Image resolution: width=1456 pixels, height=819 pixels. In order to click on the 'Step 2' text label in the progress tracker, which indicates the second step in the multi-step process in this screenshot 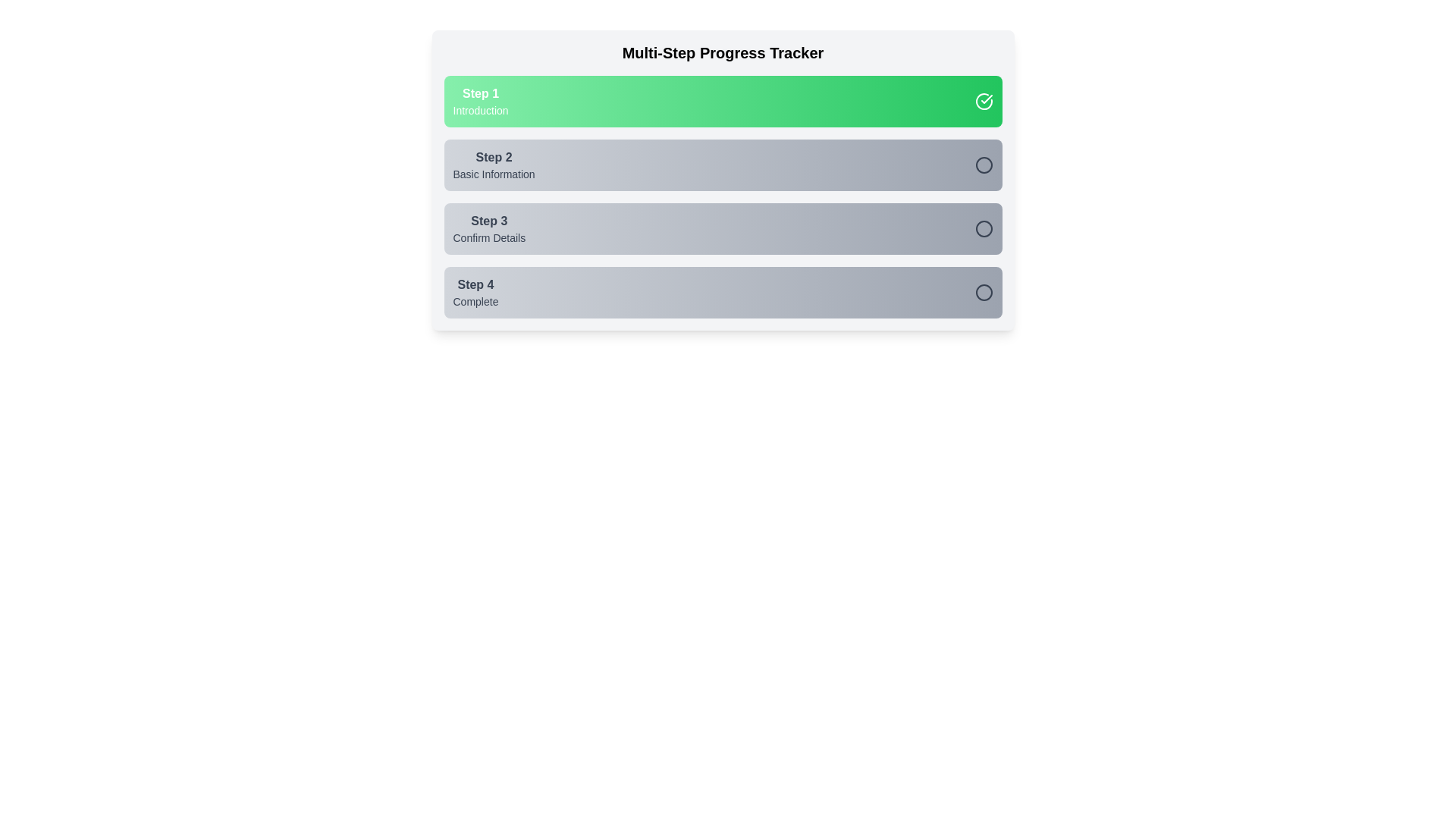, I will do `click(494, 158)`.